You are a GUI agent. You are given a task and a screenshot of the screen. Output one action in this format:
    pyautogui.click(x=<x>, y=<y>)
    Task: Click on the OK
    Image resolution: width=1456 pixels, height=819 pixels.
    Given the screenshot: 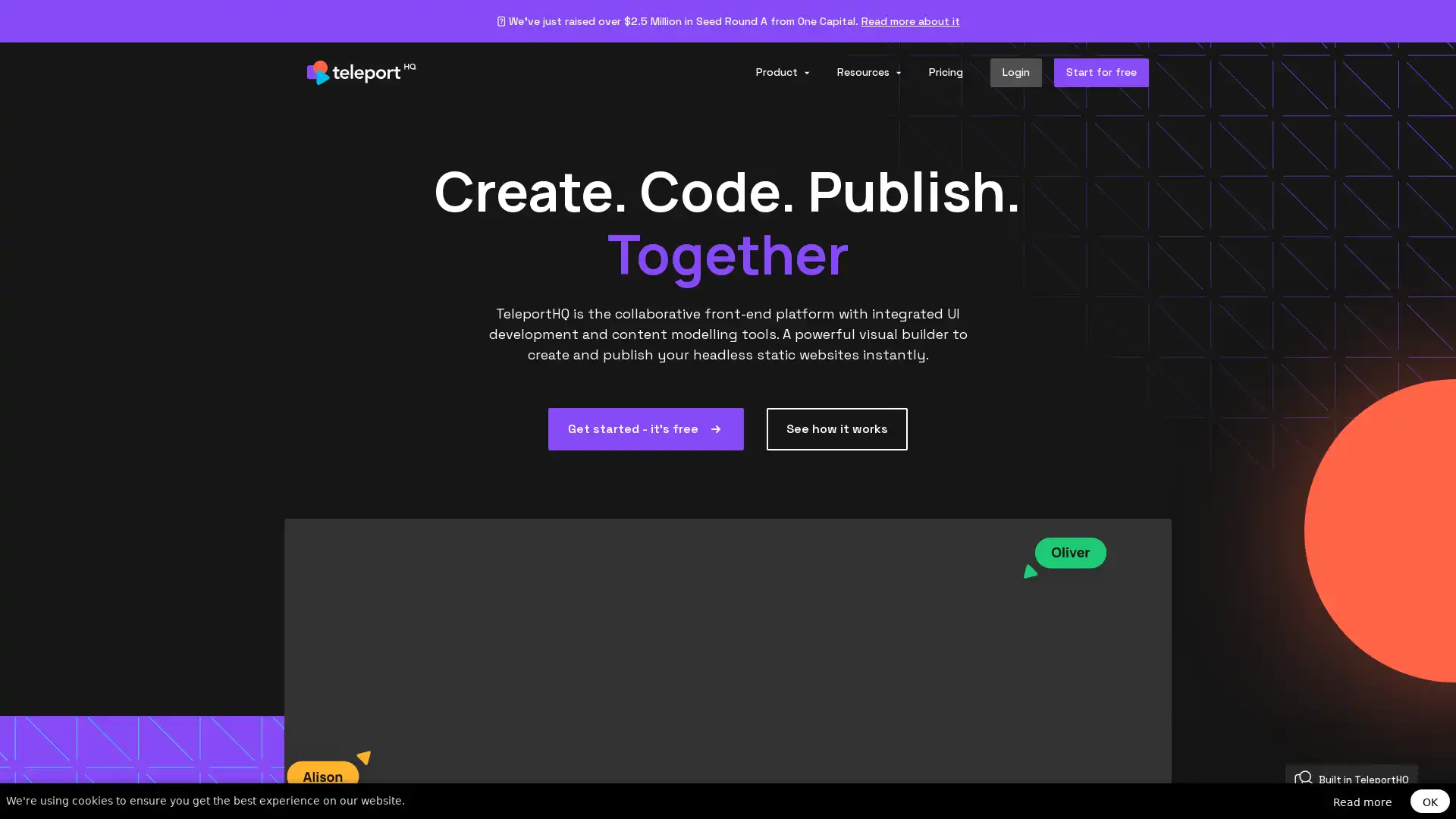 What is the action you would take?
    pyautogui.click(x=1429, y=800)
    